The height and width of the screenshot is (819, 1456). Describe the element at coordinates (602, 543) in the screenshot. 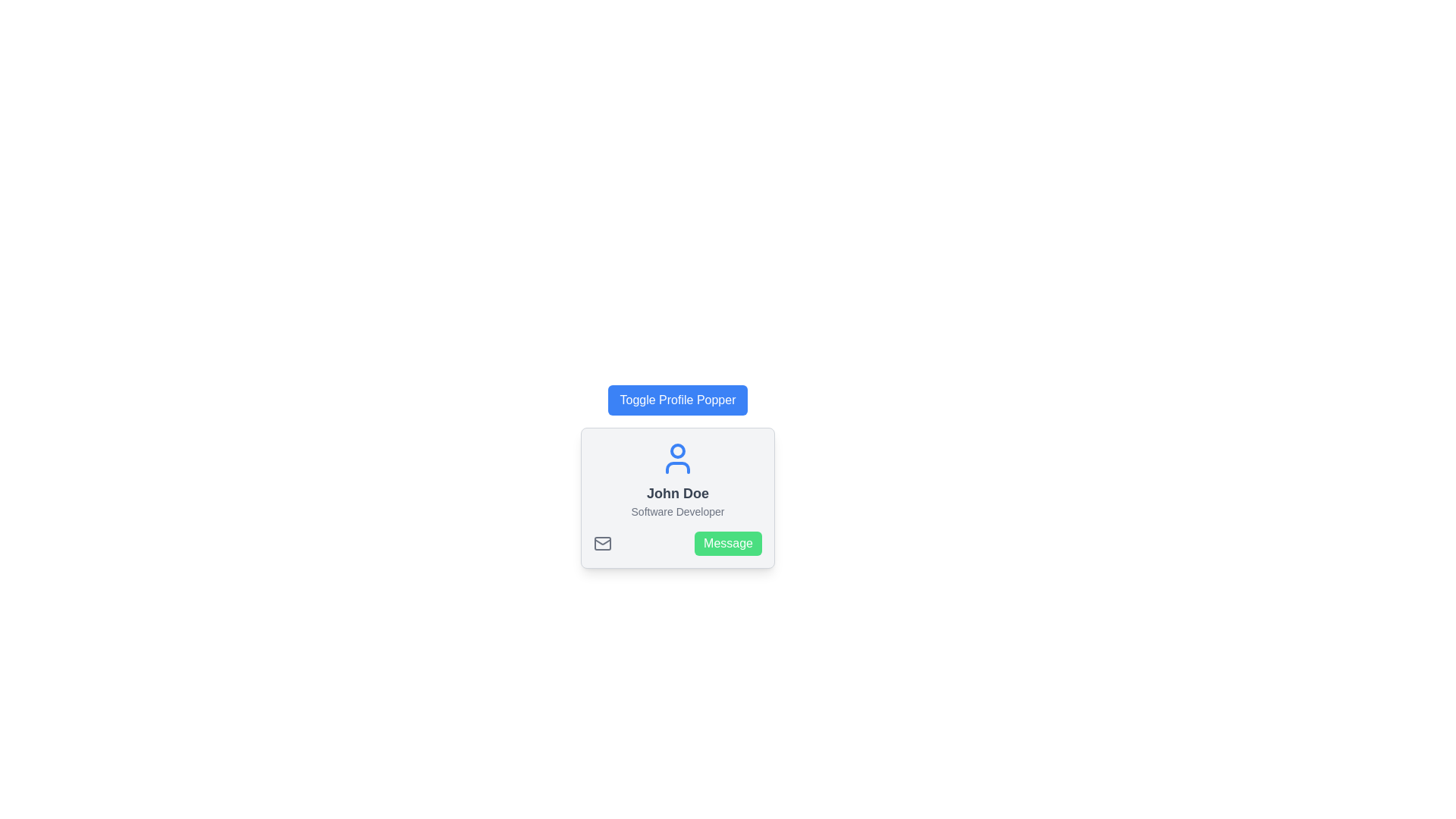

I see `the envelope icon located at the bottom-left corner of the user profile card, adjacent to the 'Message' button` at that location.